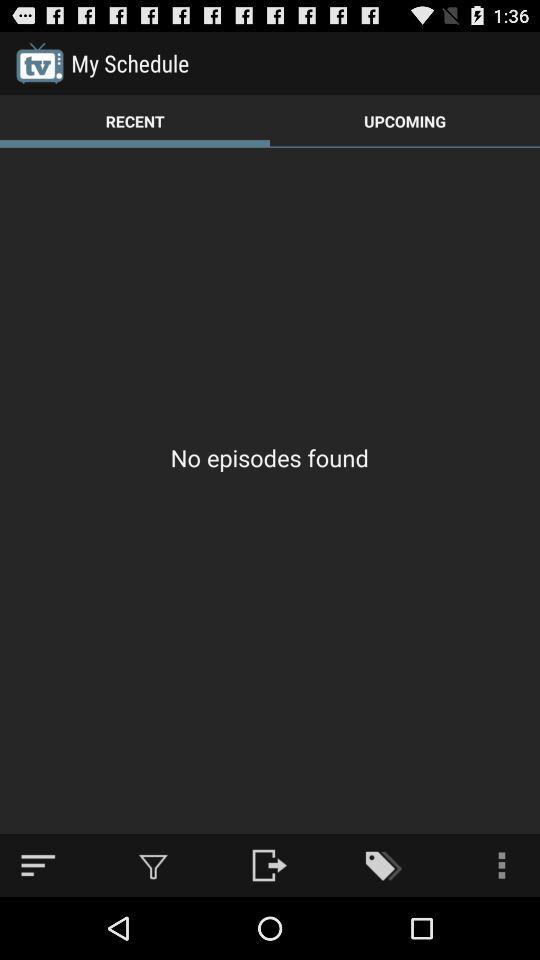 The image size is (540, 960). Describe the element at coordinates (135, 120) in the screenshot. I see `the item to the left of the upcoming` at that location.